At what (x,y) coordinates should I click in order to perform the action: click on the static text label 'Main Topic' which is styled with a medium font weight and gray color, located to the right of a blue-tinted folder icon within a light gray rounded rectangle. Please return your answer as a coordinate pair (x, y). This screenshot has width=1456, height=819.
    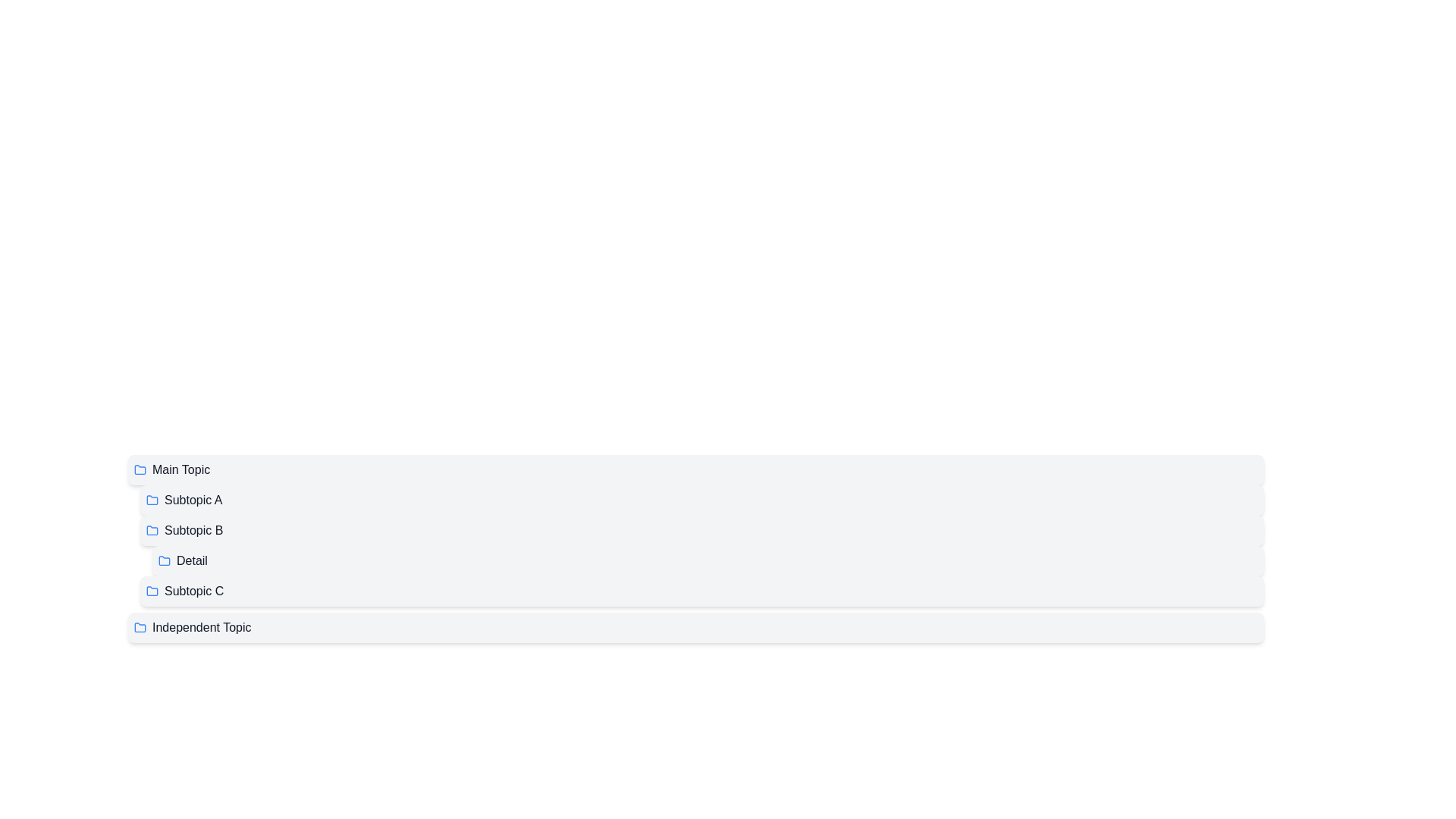
    Looking at the image, I should click on (181, 469).